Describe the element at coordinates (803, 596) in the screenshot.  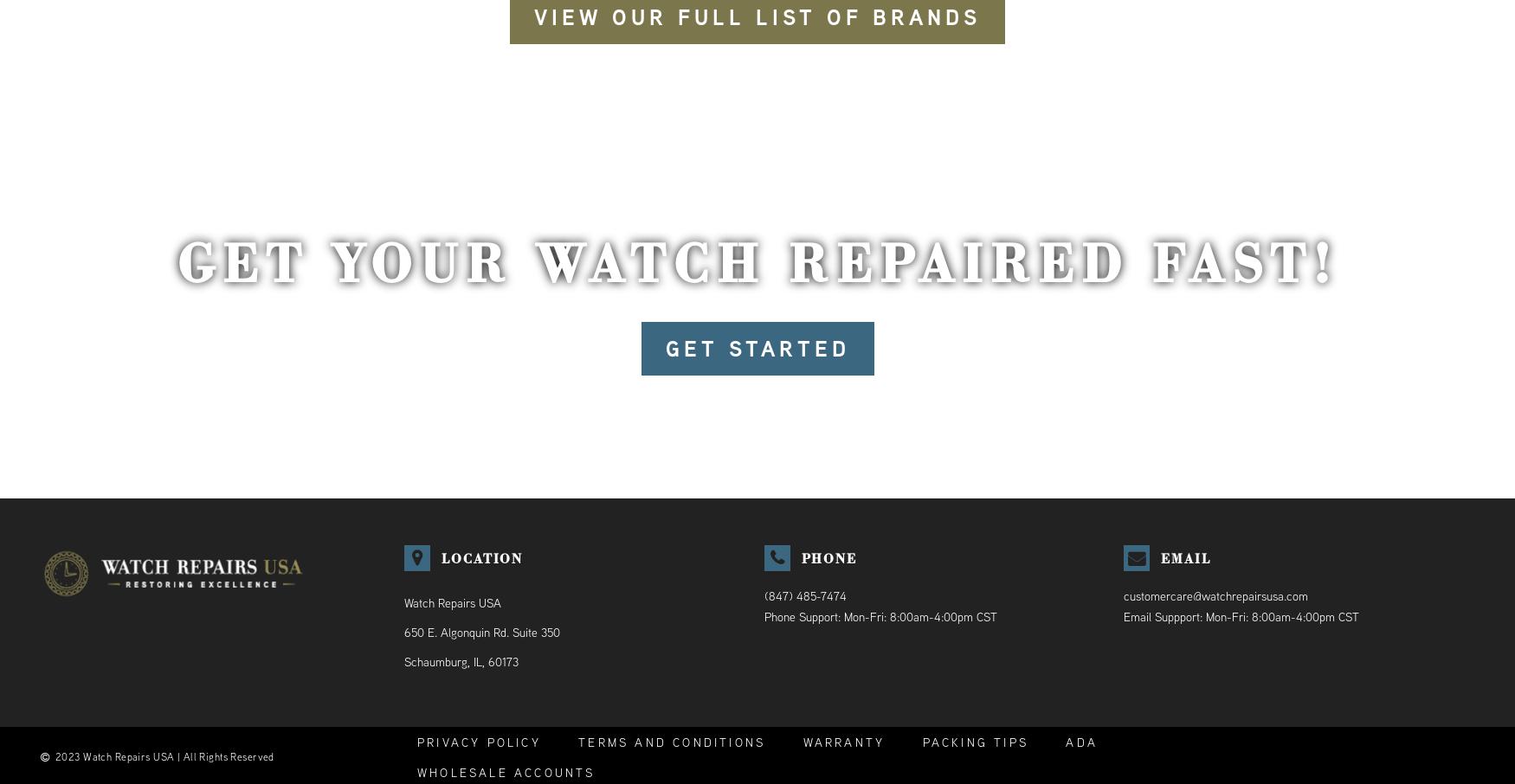
I see `'(847) 485-7474'` at that location.